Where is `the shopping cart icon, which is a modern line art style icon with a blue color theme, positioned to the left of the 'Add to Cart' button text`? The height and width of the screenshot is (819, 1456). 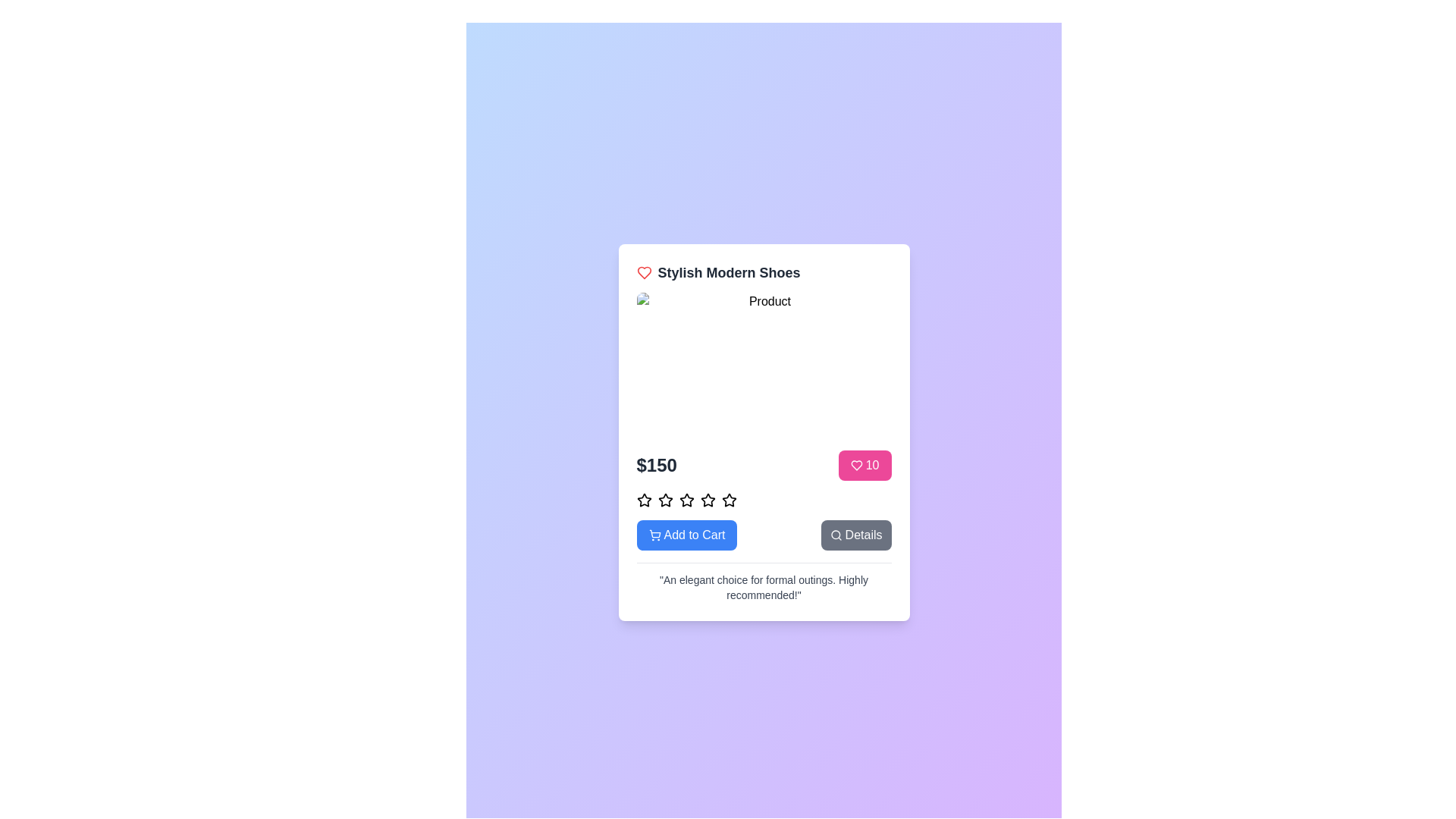
the shopping cart icon, which is a modern line art style icon with a blue color theme, positioned to the left of the 'Add to Cart' button text is located at coordinates (654, 534).